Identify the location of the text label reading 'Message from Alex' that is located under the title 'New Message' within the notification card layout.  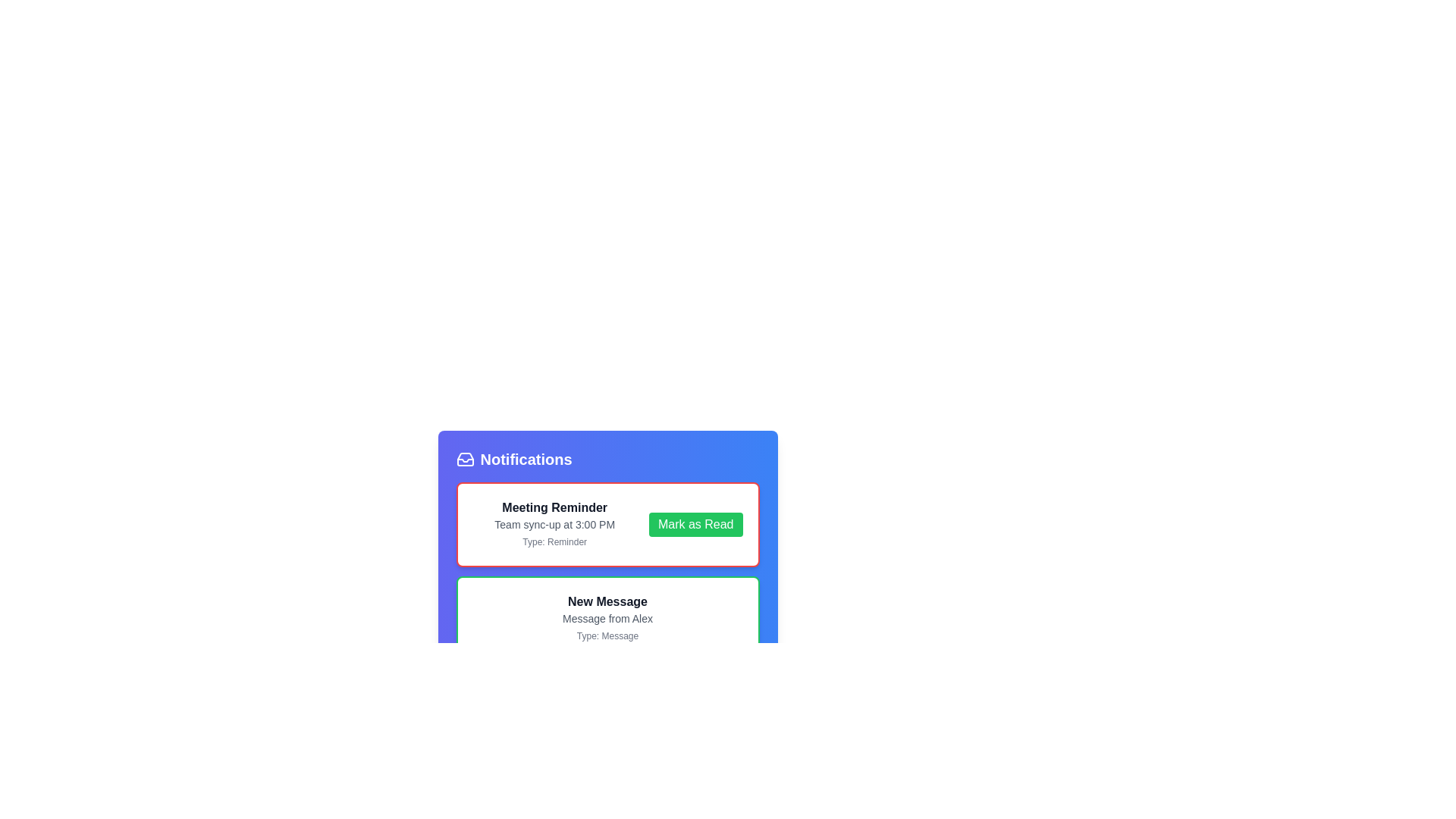
(607, 619).